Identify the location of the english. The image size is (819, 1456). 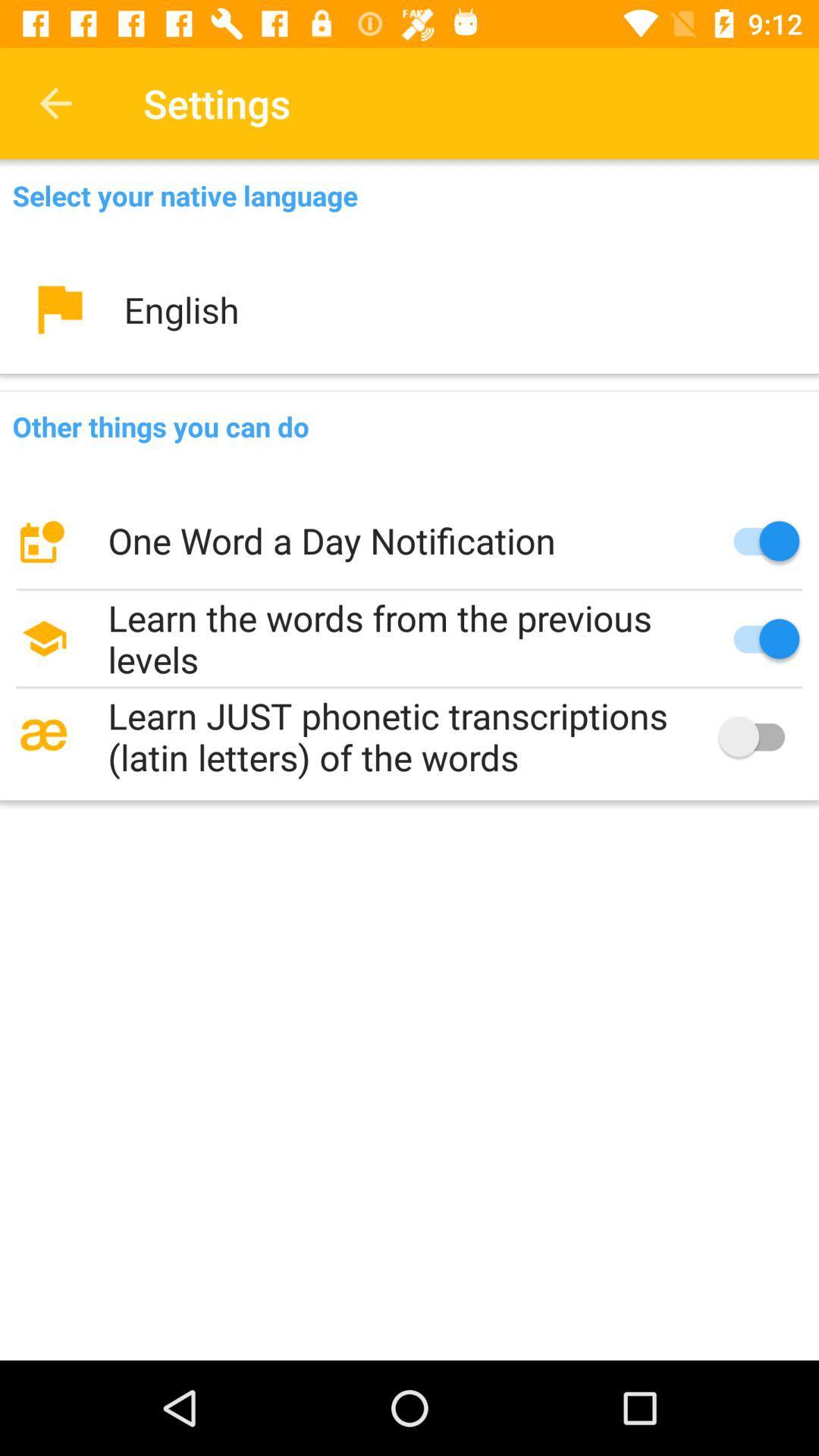
(409, 309).